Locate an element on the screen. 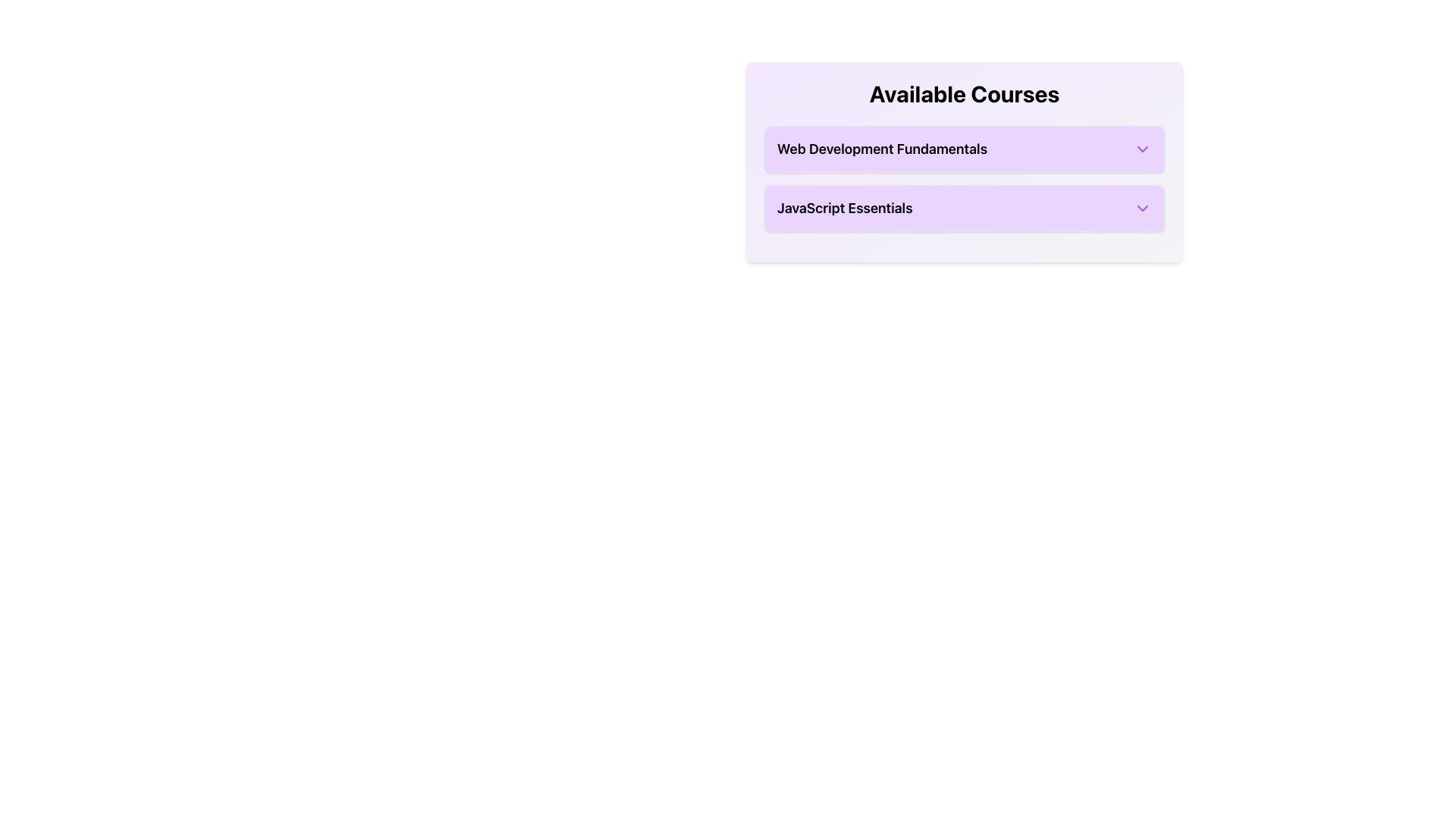 This screenshot has width=1456, height=819. the downward-facing chevron arrow SVG icon outlined in purple is located at coordinates (1143, 208).